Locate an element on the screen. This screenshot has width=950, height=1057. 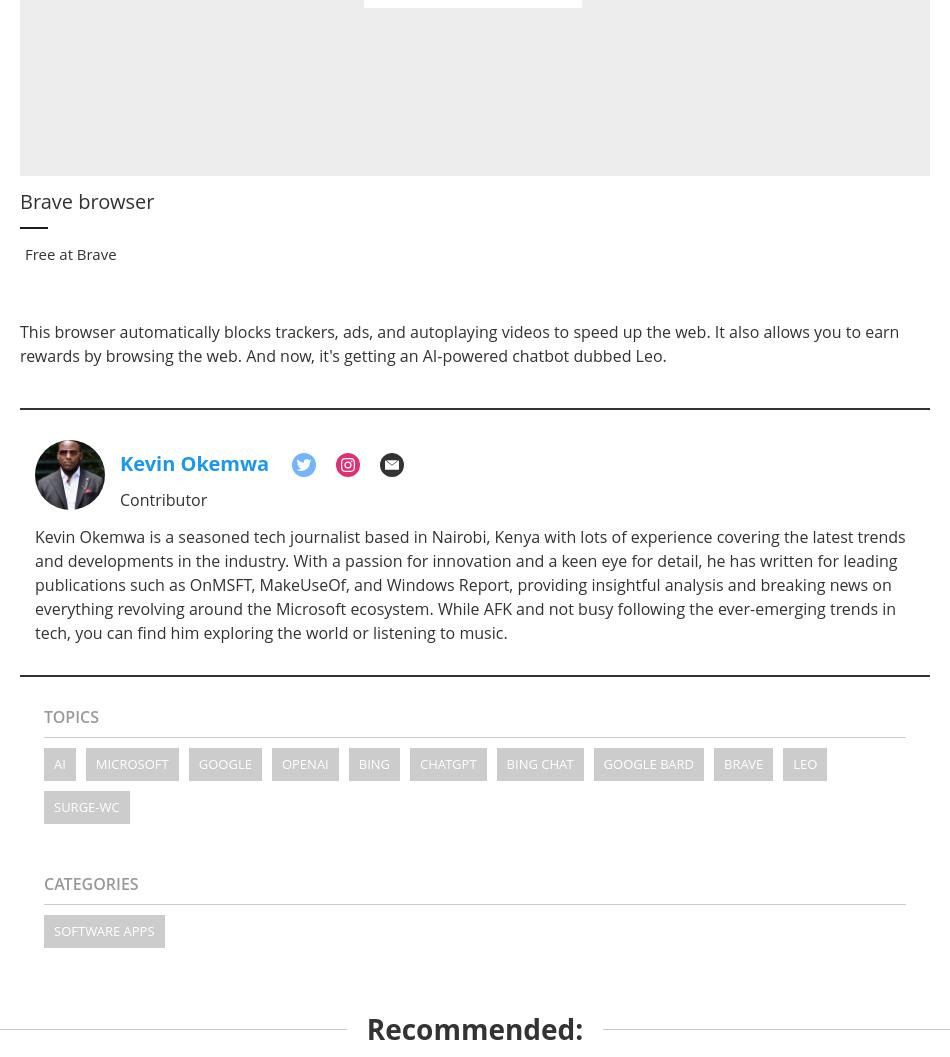
'ChatGPT' is located at coordinates (447, 763).